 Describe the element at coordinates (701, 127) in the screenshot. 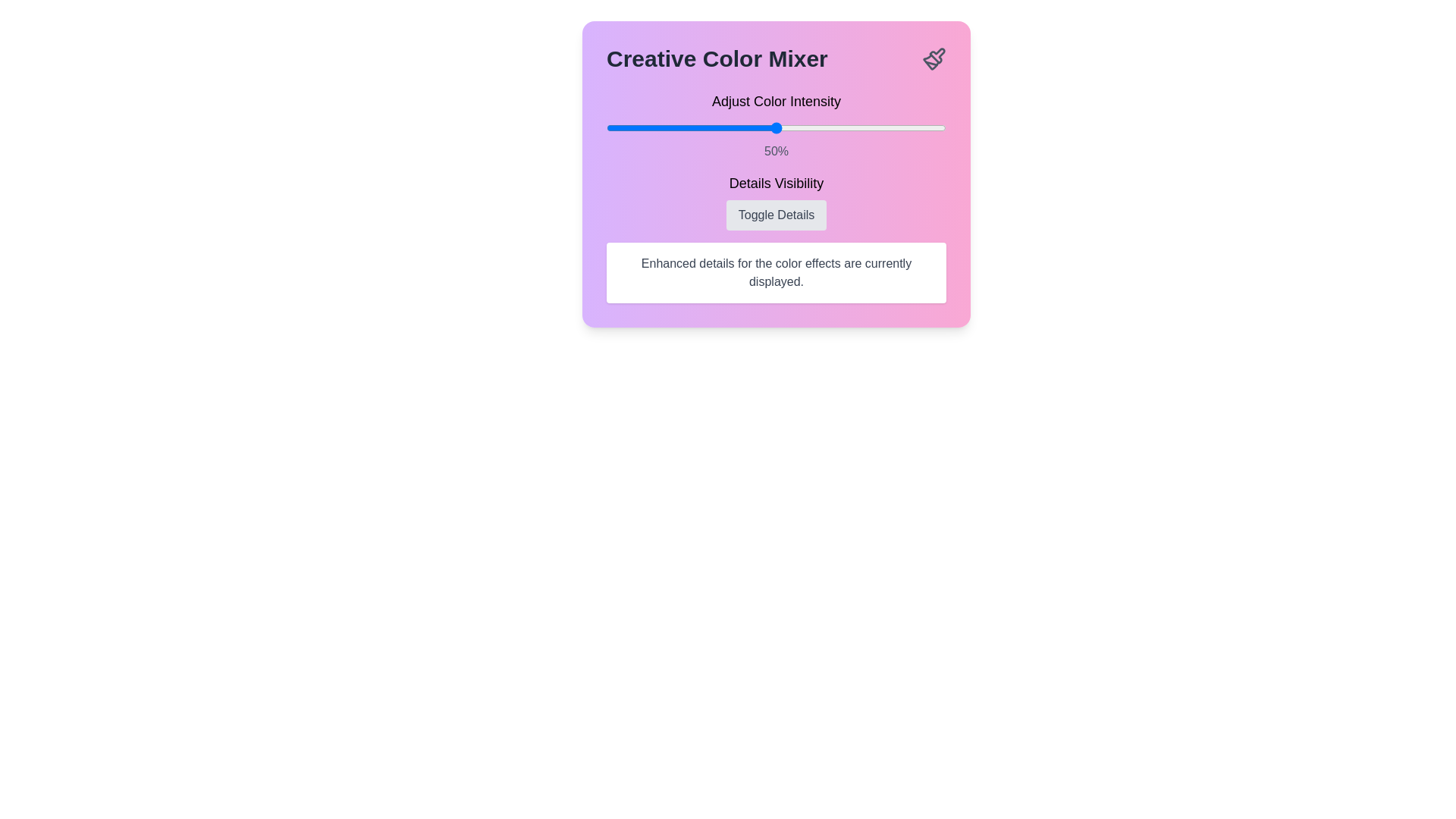

I see `the color intensity` at that location.